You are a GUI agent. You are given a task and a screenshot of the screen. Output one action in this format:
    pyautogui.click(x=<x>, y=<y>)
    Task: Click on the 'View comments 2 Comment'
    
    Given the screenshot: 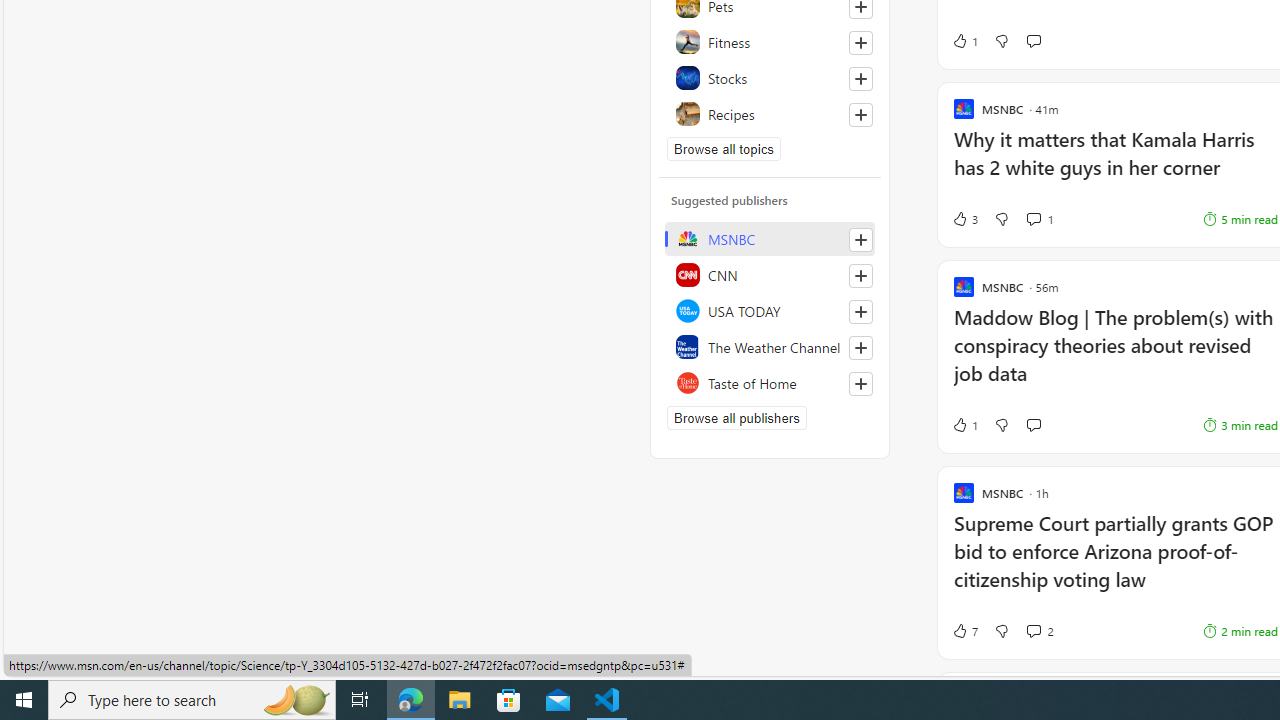 What is the action you would take?
    pyautogui.click(x=1040, y=631)
    